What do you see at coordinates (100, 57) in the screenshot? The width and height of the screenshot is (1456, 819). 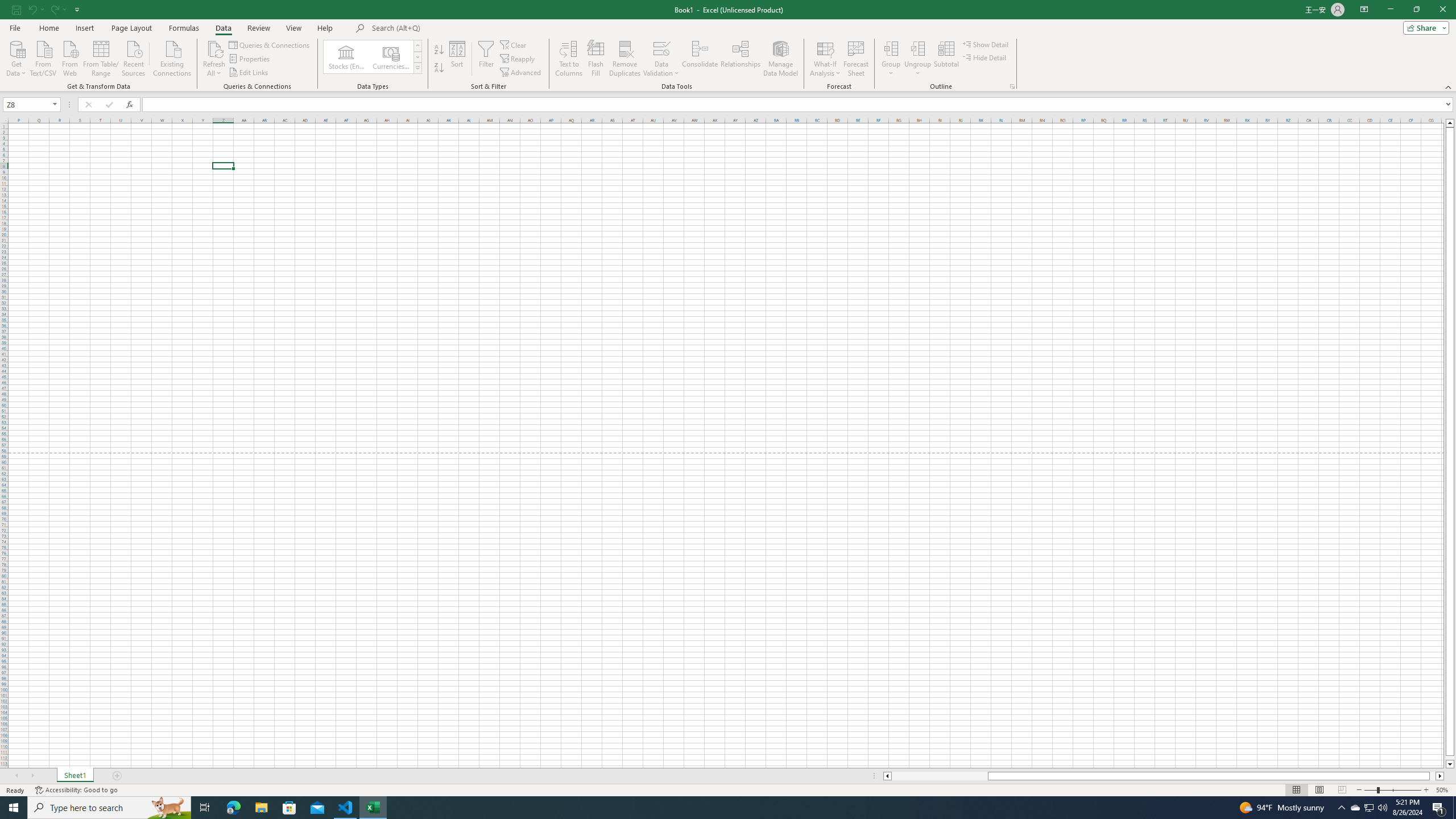 I see `'From Table/Range'` at bounding box center [100, 57].